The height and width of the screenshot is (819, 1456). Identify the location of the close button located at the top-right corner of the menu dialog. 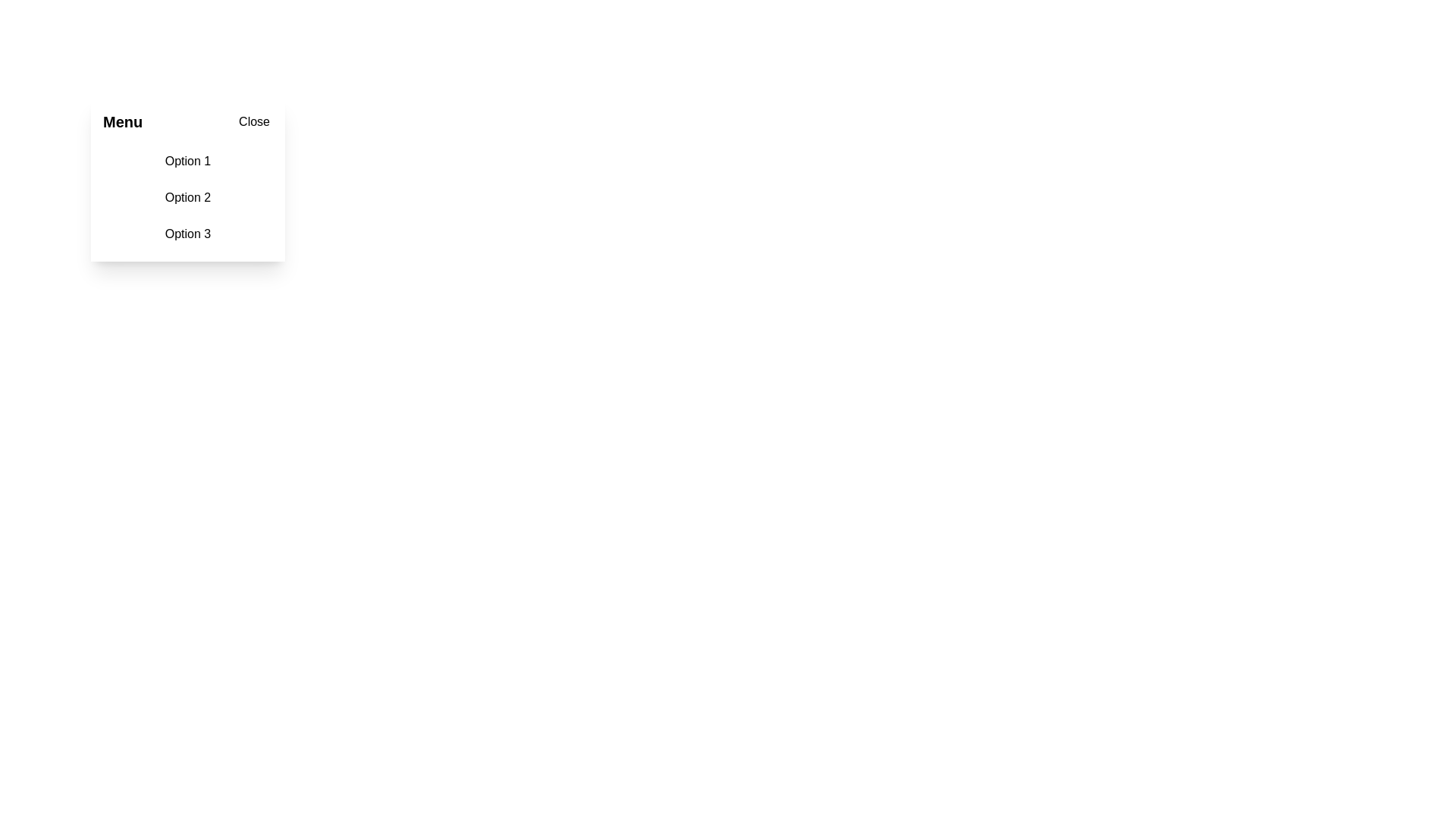
(254, 121).